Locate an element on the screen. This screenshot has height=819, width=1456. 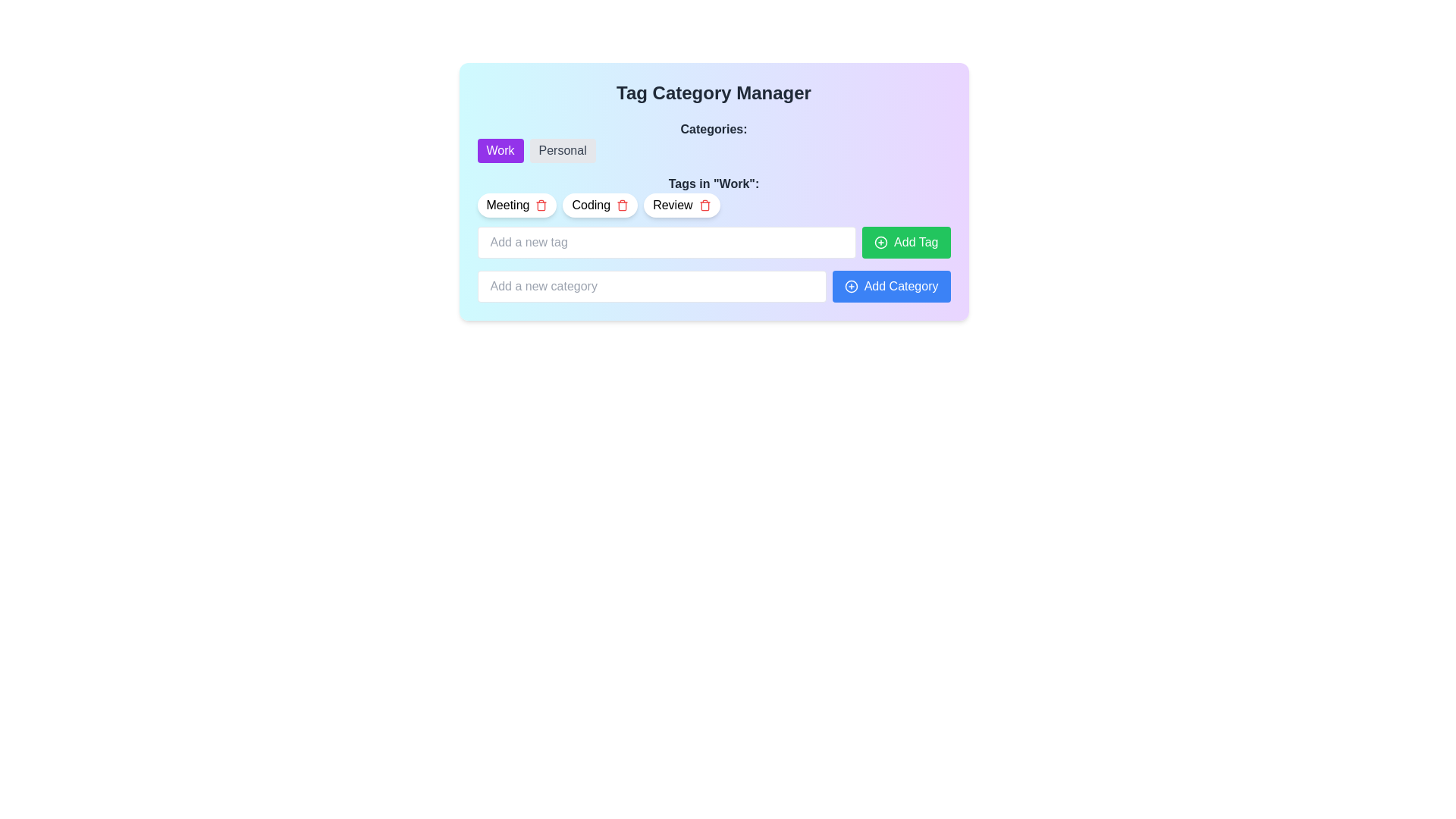
the circular '+' icon within the green 'Add Tag' button, positioned to the left of the text 'Add Tag.' is located at coordinates (880, 242).